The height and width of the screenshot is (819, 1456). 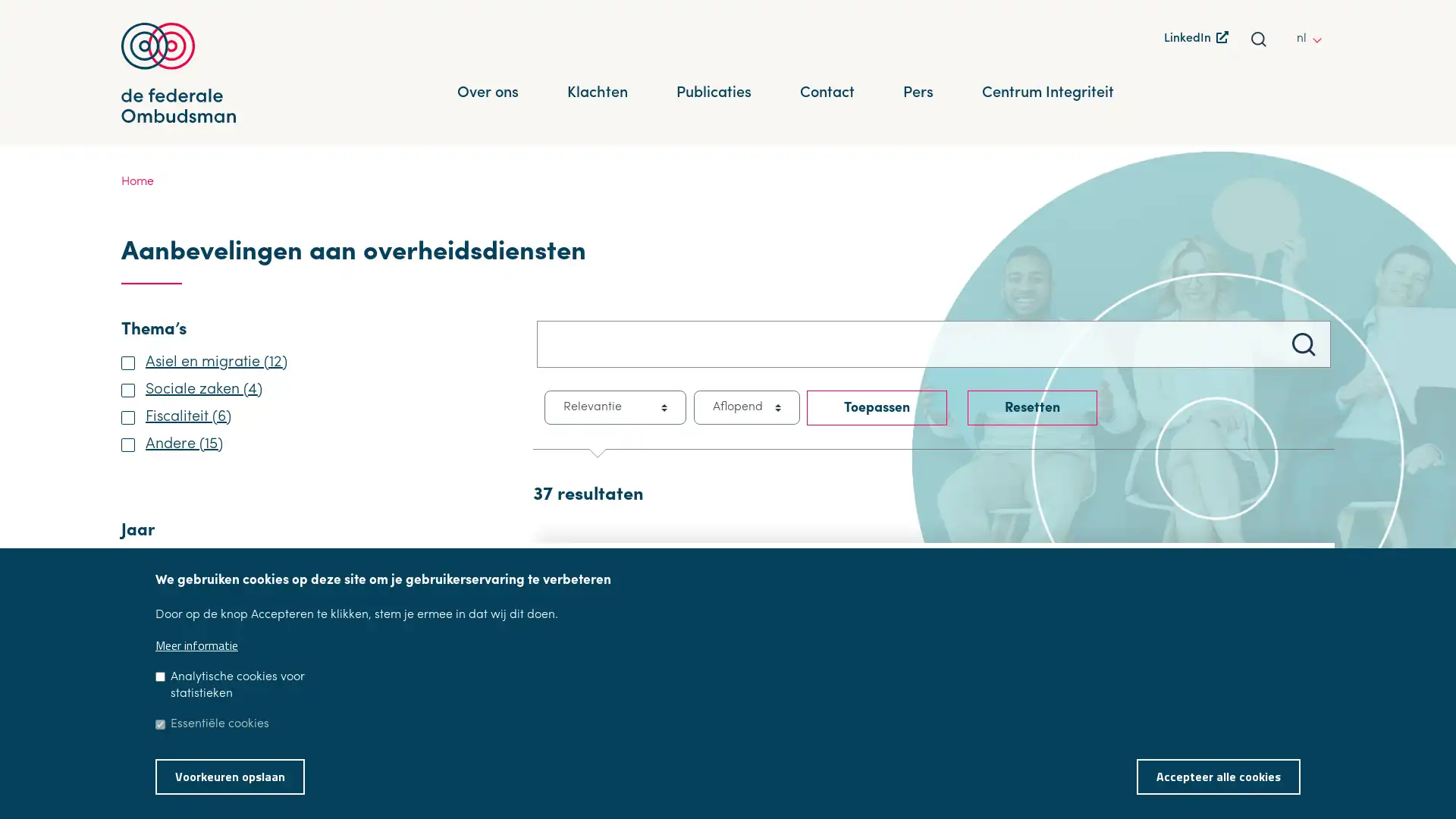 I want to click on other languages, so click(x=1320, y=37).